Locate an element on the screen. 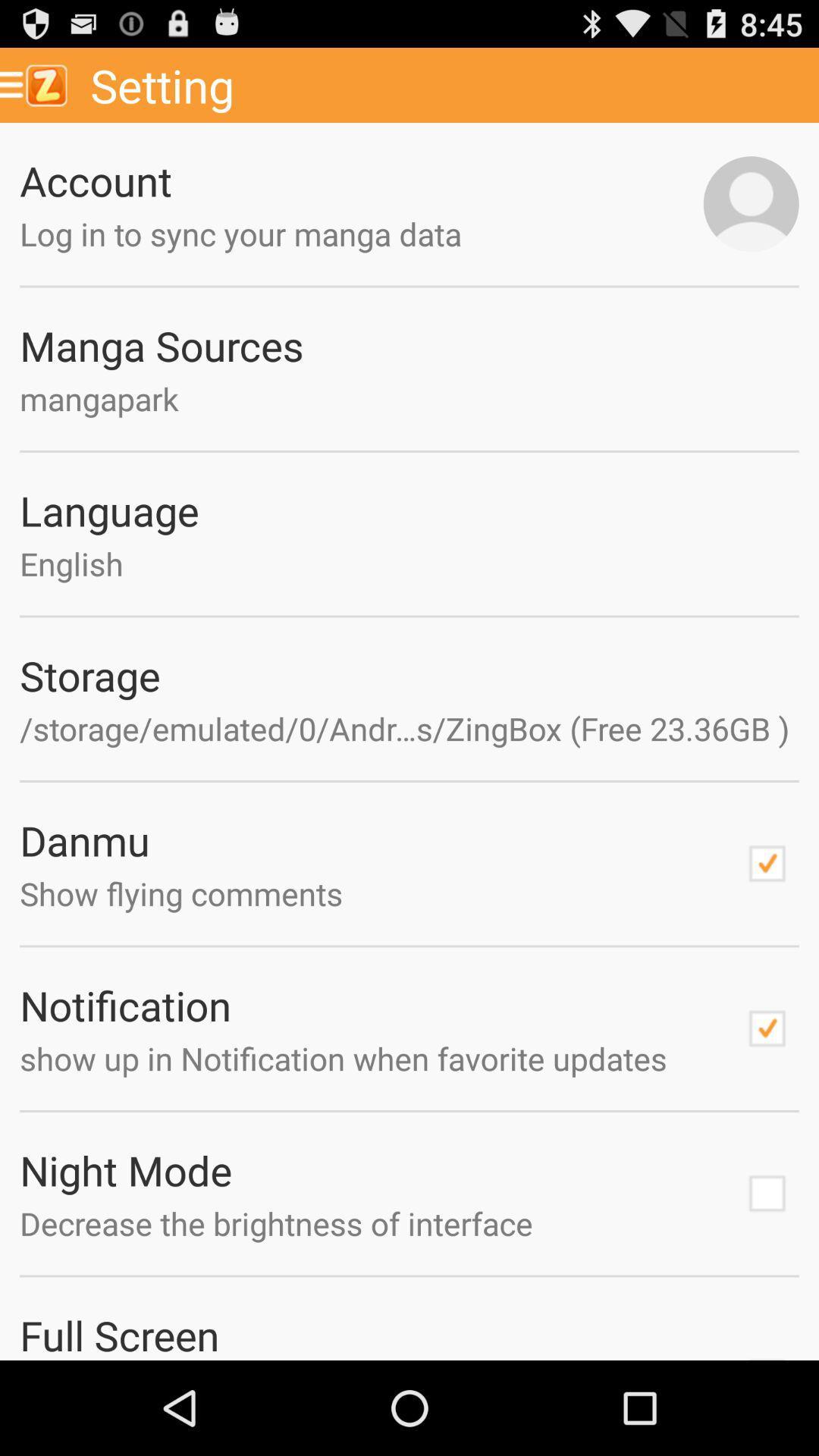 The width and height of the screenshot is (819, 1456). check option is located at coordinates (767, 1028).